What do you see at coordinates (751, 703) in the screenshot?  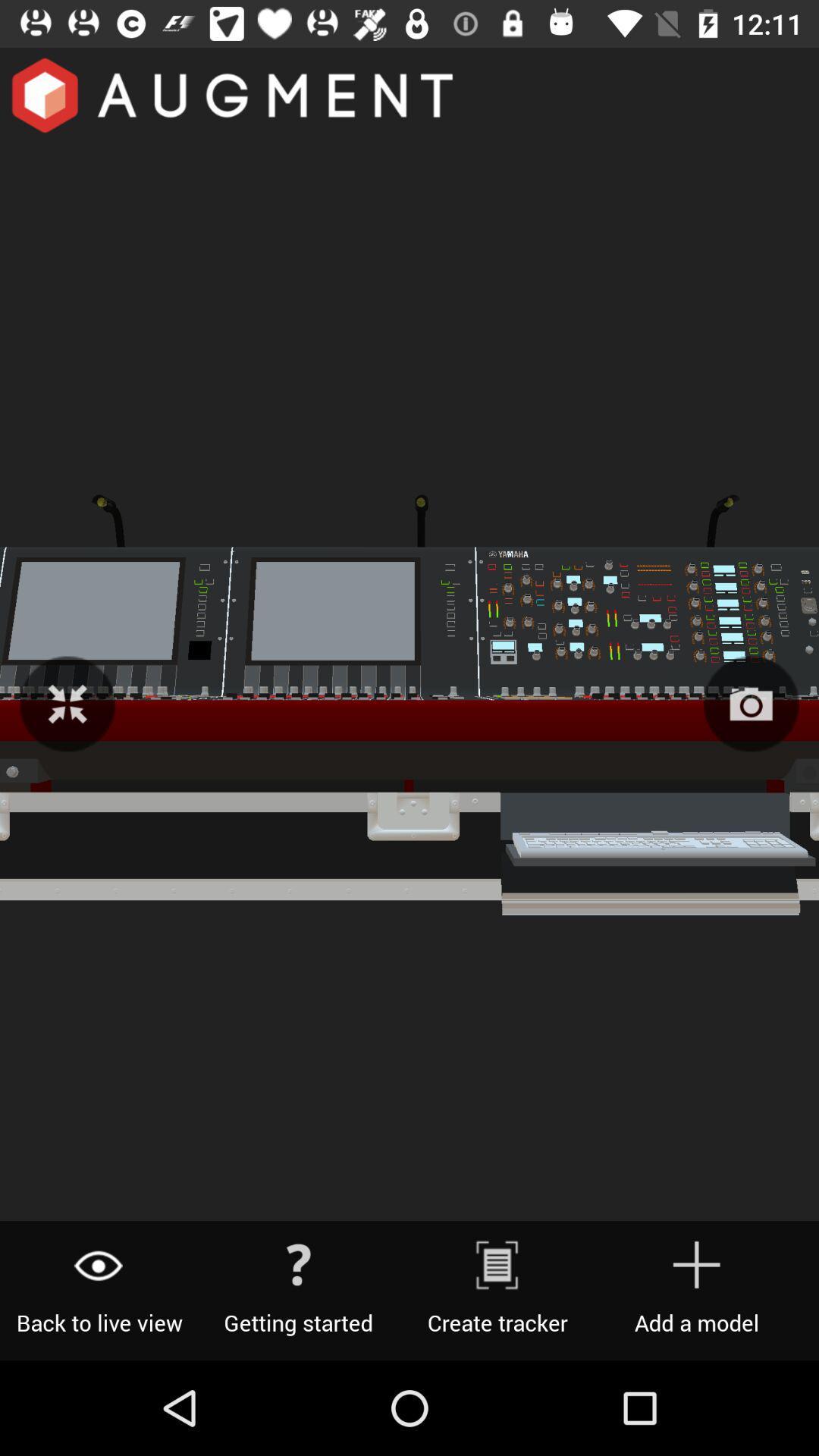 I see `take picture` at bounding box center [751, 703].